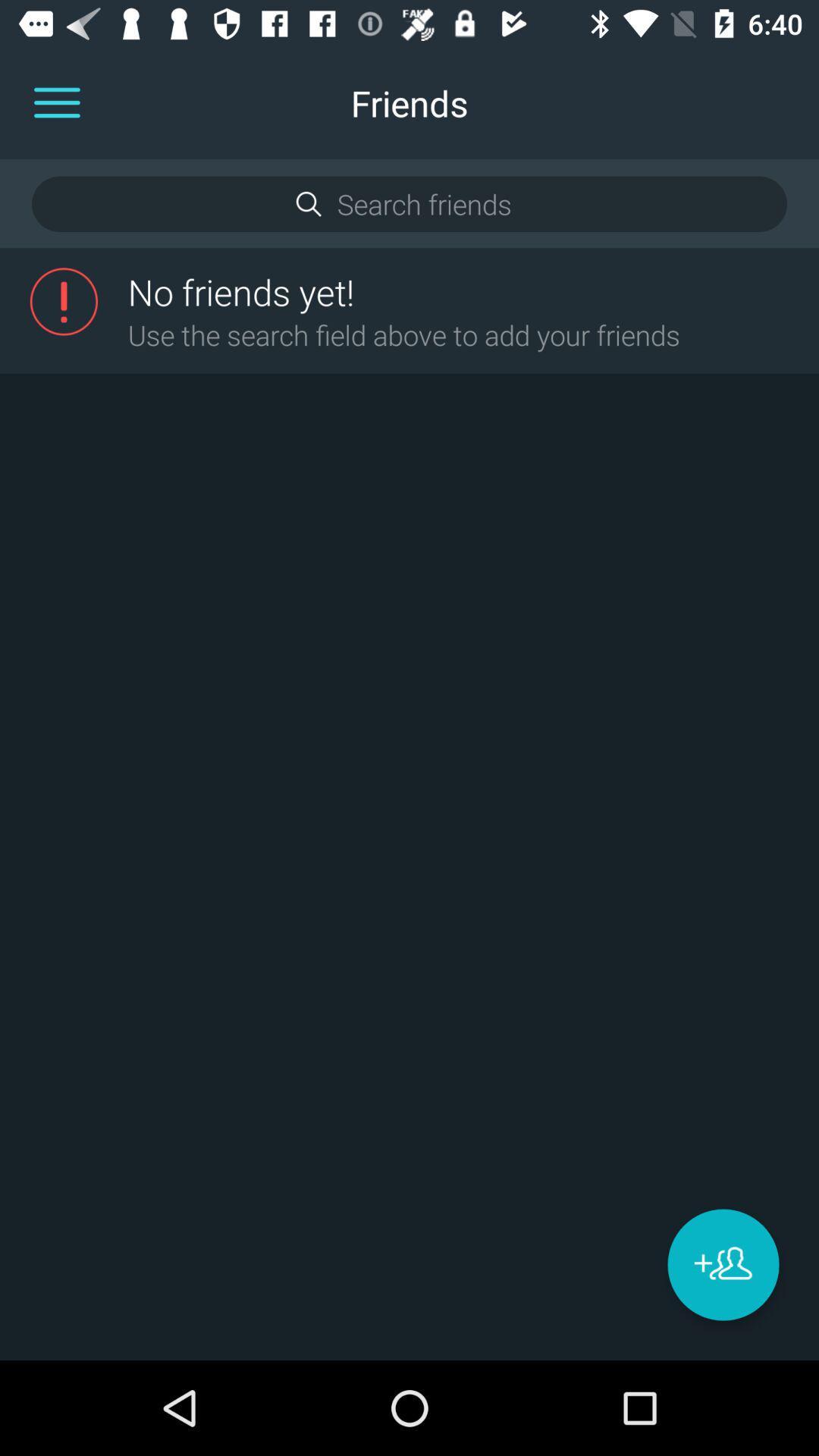 The image size is (819, 1456). I want to click on search friends field, so click(408, 203).